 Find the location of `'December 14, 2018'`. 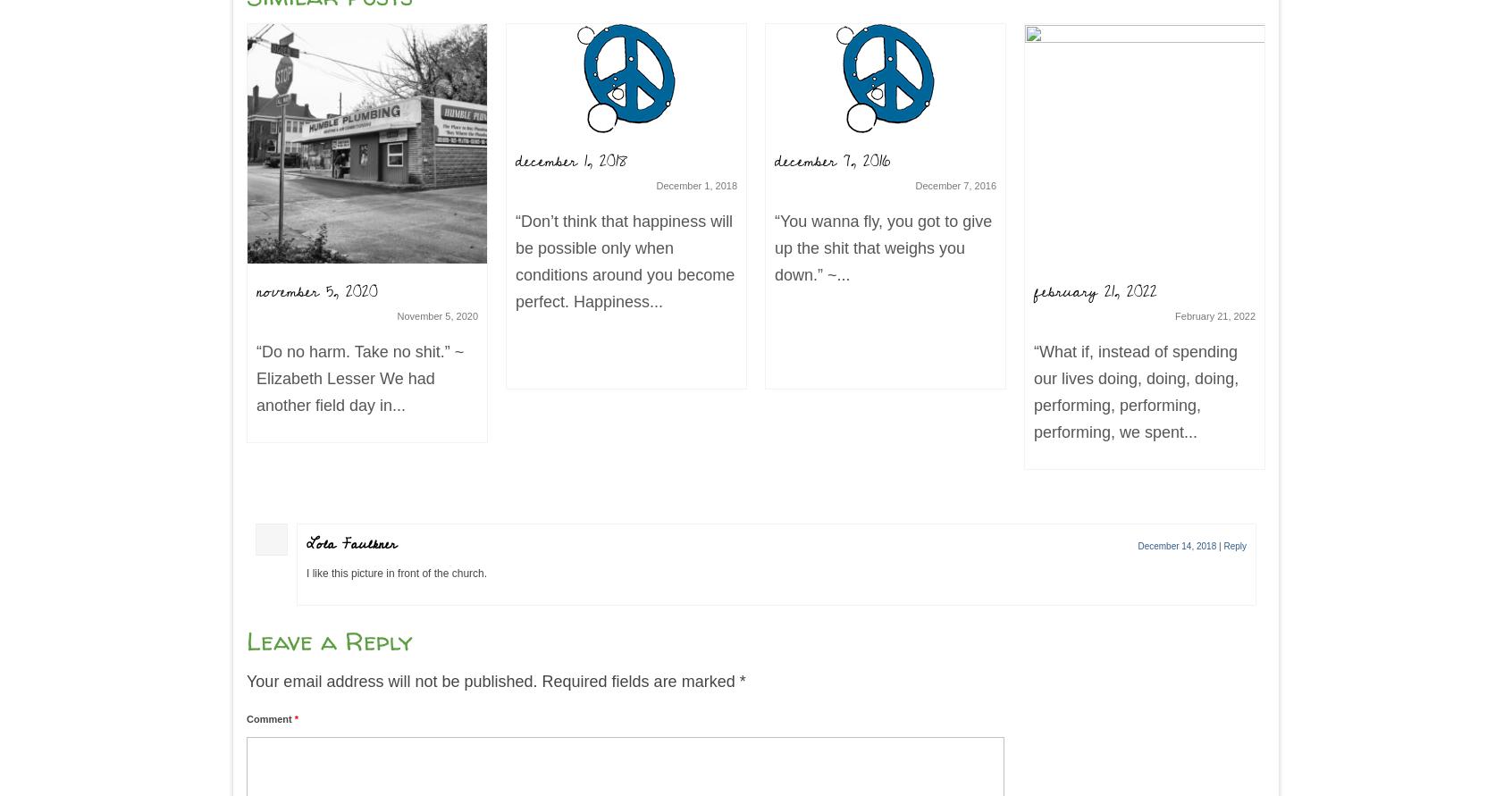

'December 14, 2018' is located at coordinates (1176, 545).